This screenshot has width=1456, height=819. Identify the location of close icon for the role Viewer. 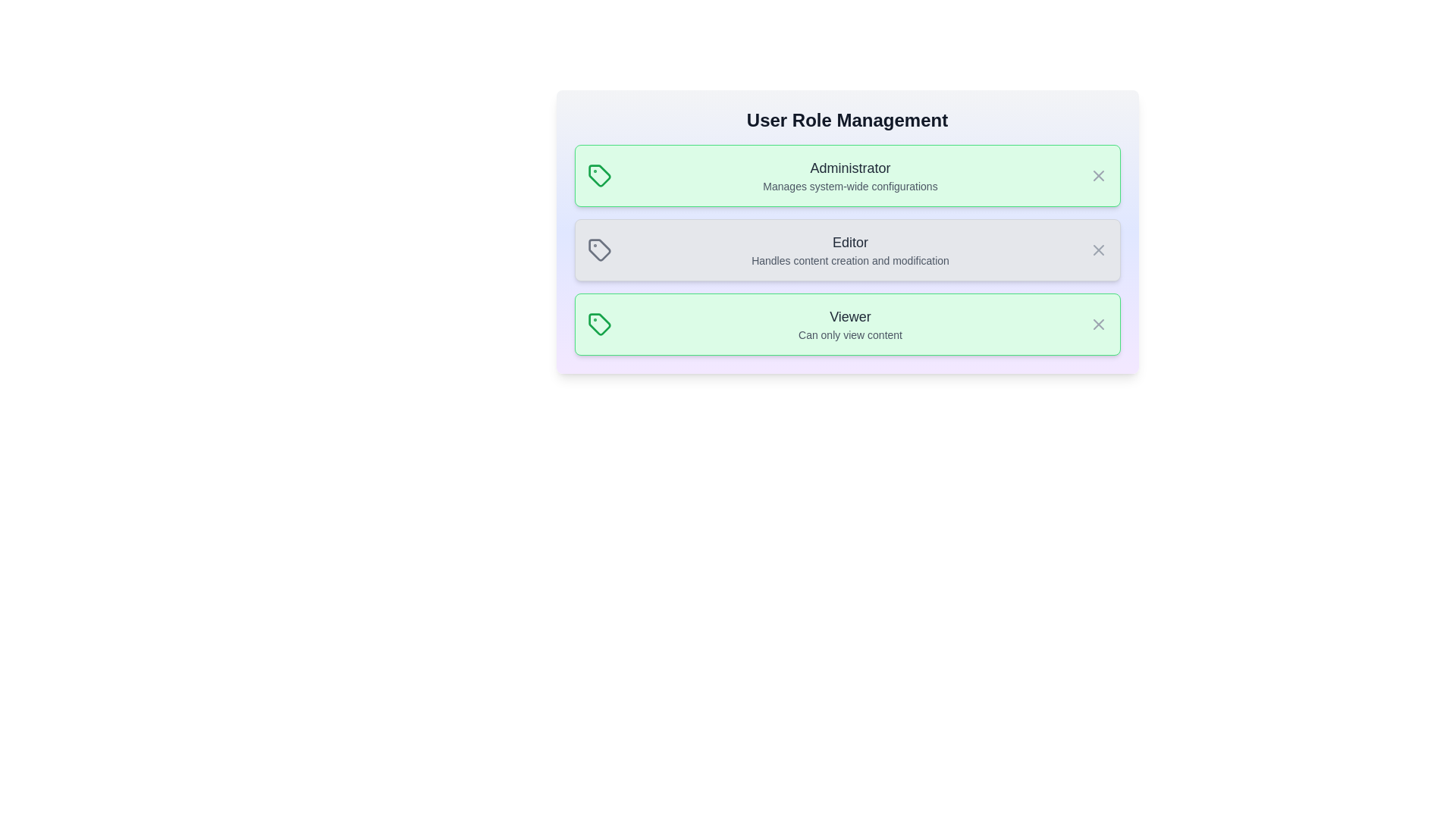
(1098, 324).